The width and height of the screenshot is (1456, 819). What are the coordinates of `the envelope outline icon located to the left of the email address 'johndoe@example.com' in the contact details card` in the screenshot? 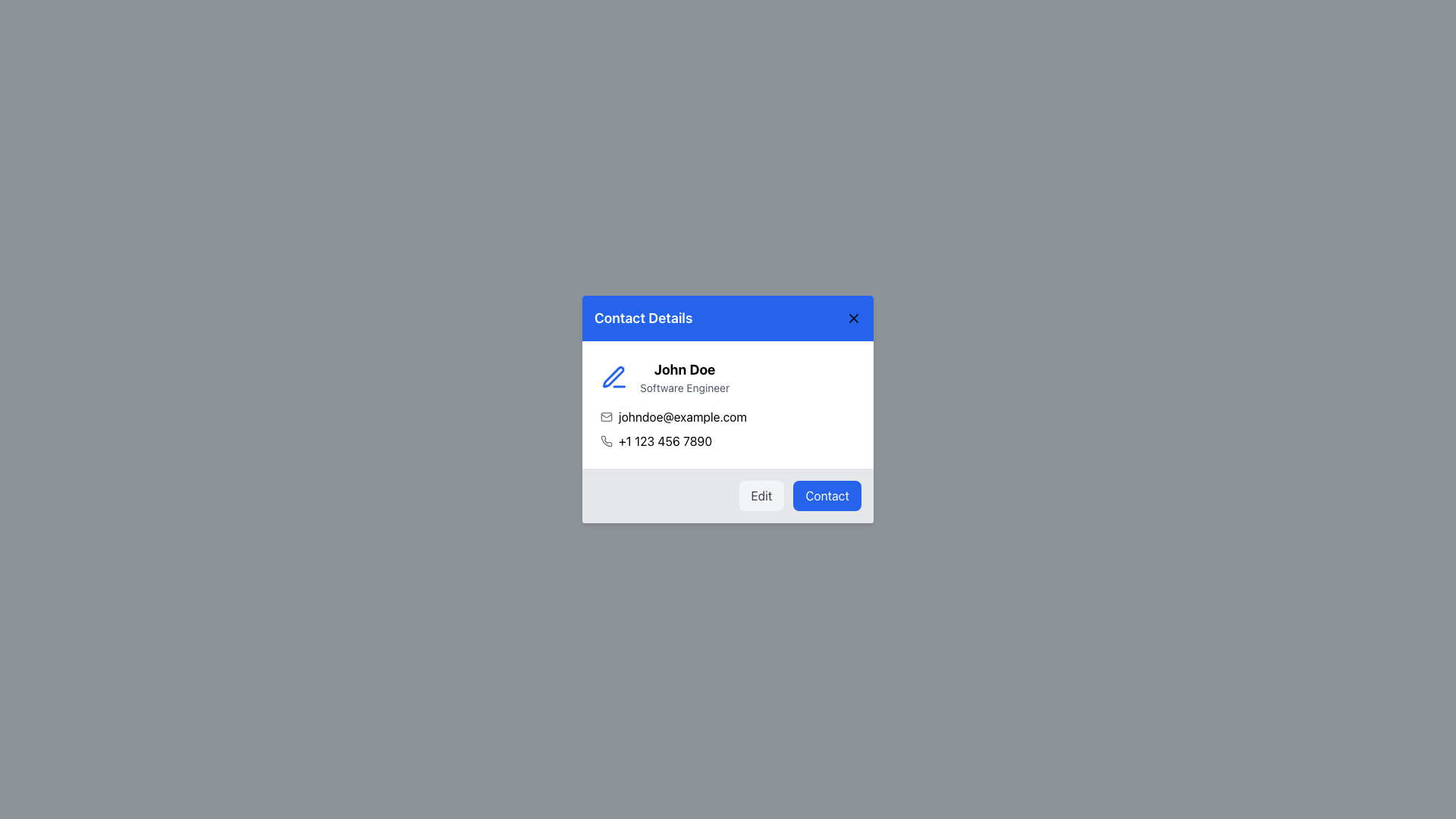 It's located at (607, 417).